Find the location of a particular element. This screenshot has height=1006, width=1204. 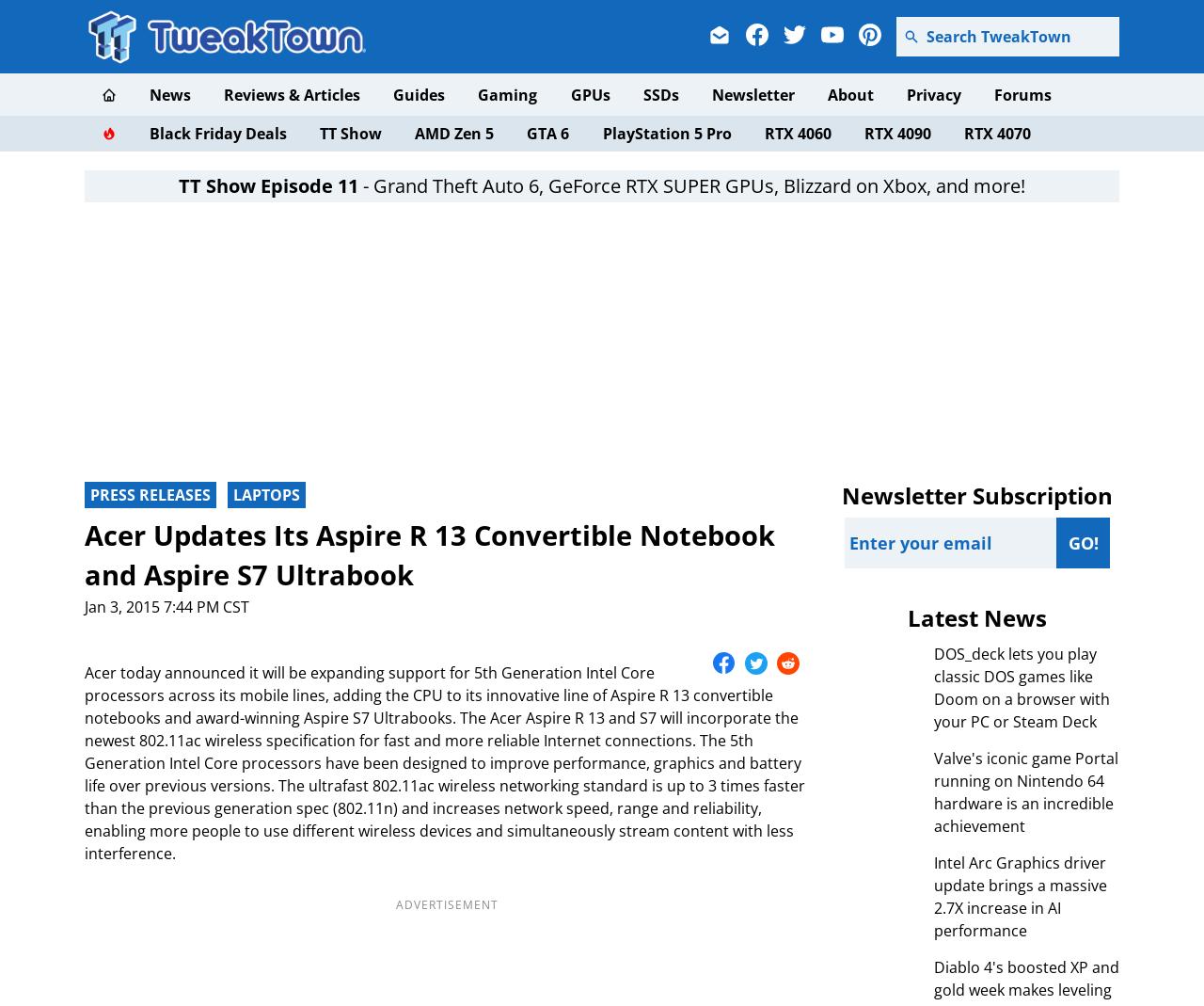

'Intel Arc Graphics driver update brings a massive 2.7X increase in AI performance' is located at coordinates (1019, 896).